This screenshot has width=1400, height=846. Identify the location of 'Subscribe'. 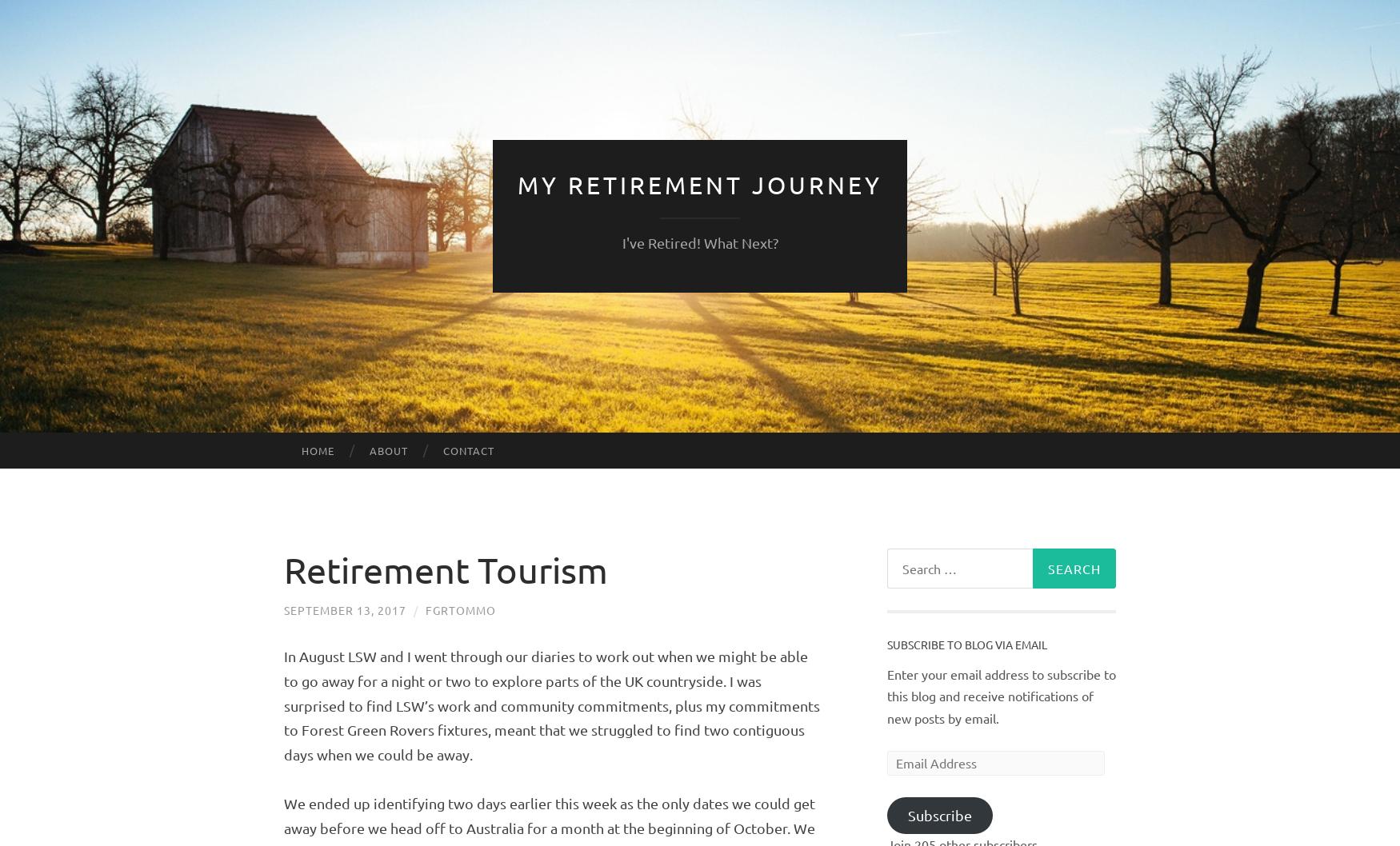
(938, 814).